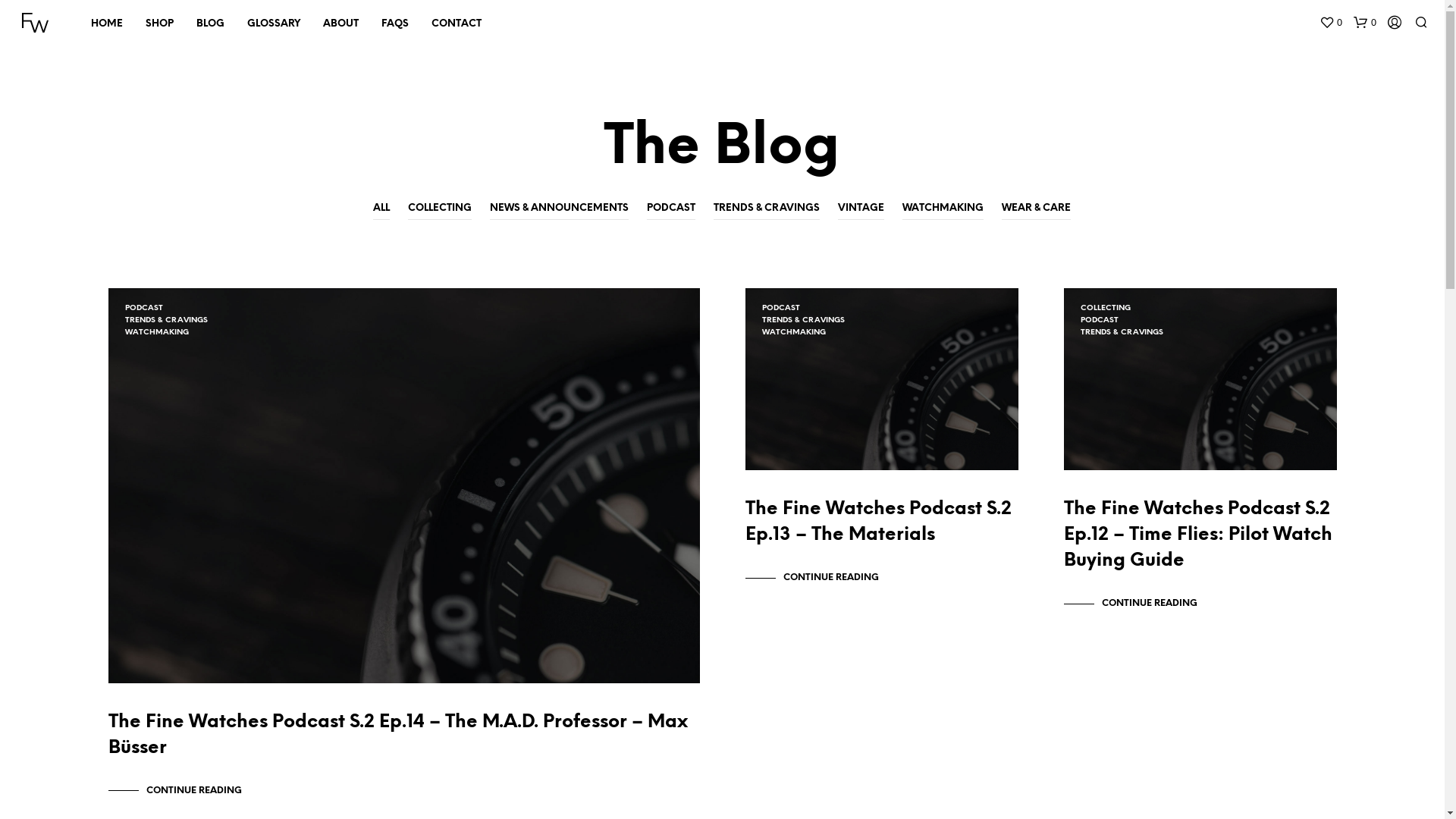 This screenshot has height=819, width=1456. I want to click on 'VINTAGE', so click(861, 209).